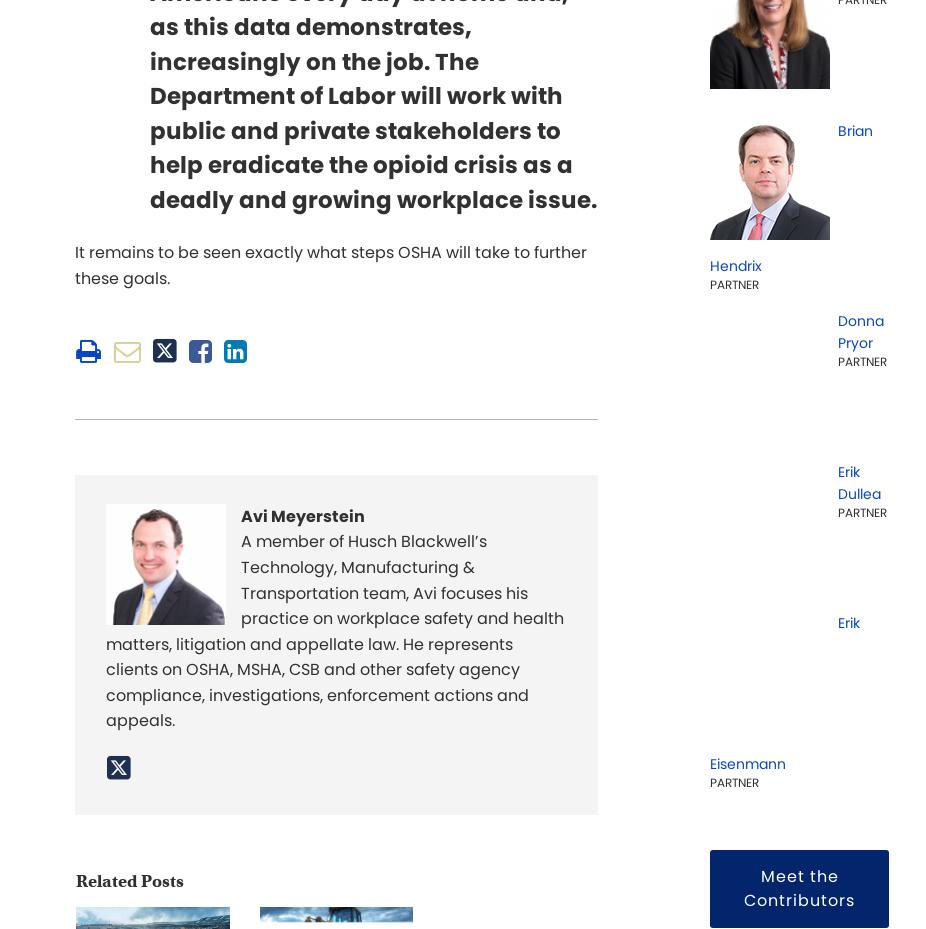 This screenshot has width=926, height=929. What do you see at coordinates (860, 331) in the screenshot?
I see `'Donna Pryor'` at bounding box center [860, 331].